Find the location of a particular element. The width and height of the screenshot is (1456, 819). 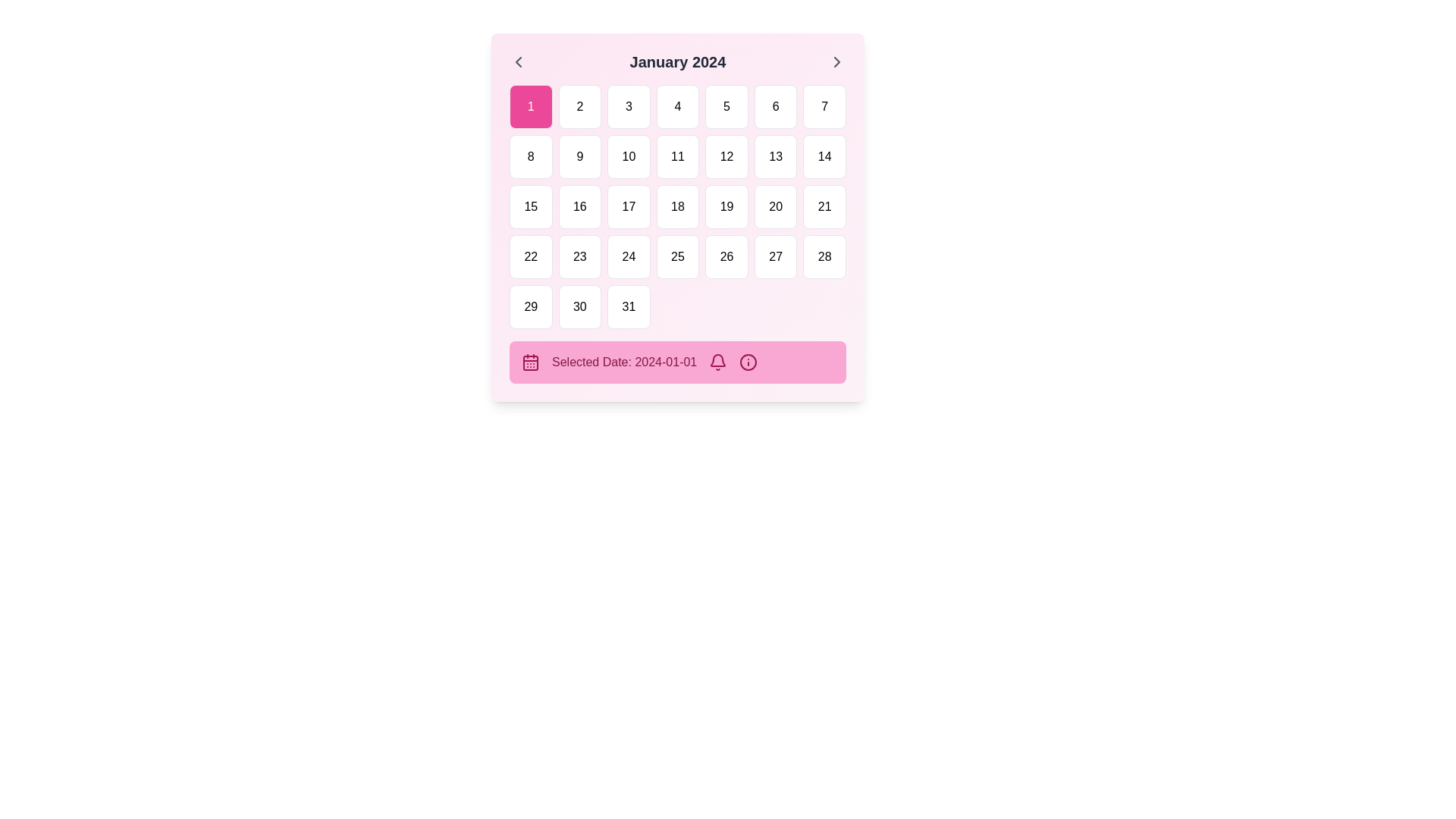

the square button with the bold number '14' on a white background in the January 2024 calendar is located at coordinates (824, 157).